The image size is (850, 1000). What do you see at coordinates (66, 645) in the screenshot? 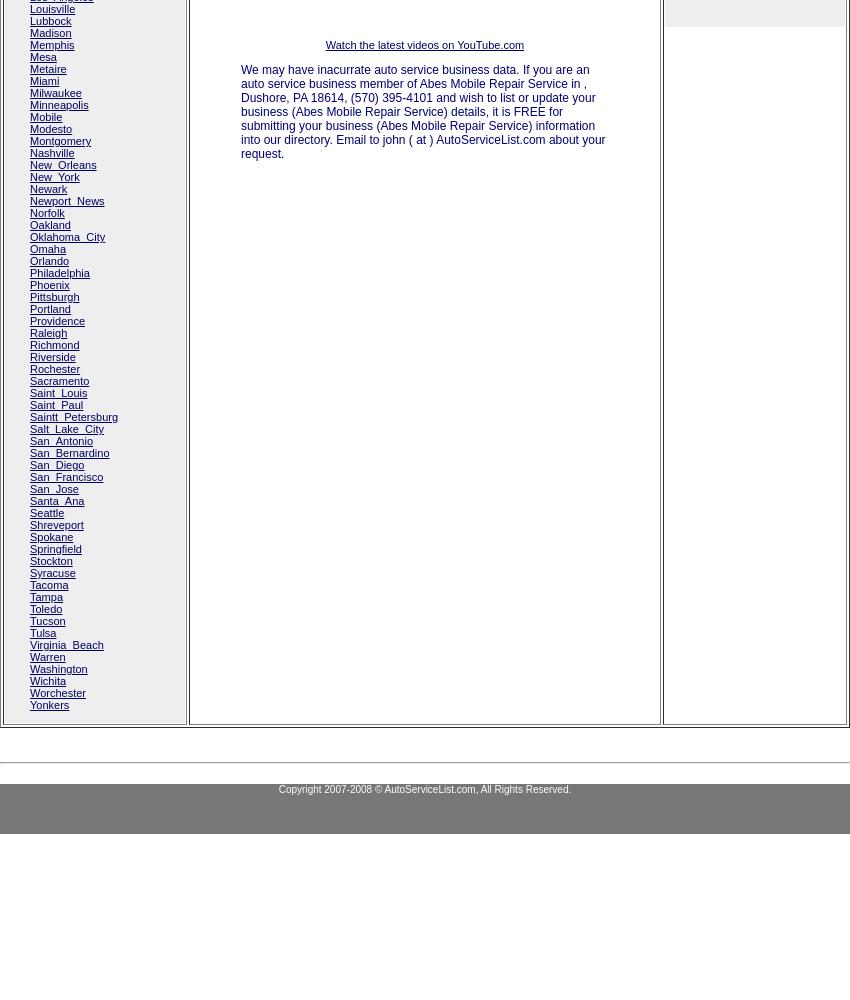
I see `'Virginia_Beach'` at bounding box center [66, 645].